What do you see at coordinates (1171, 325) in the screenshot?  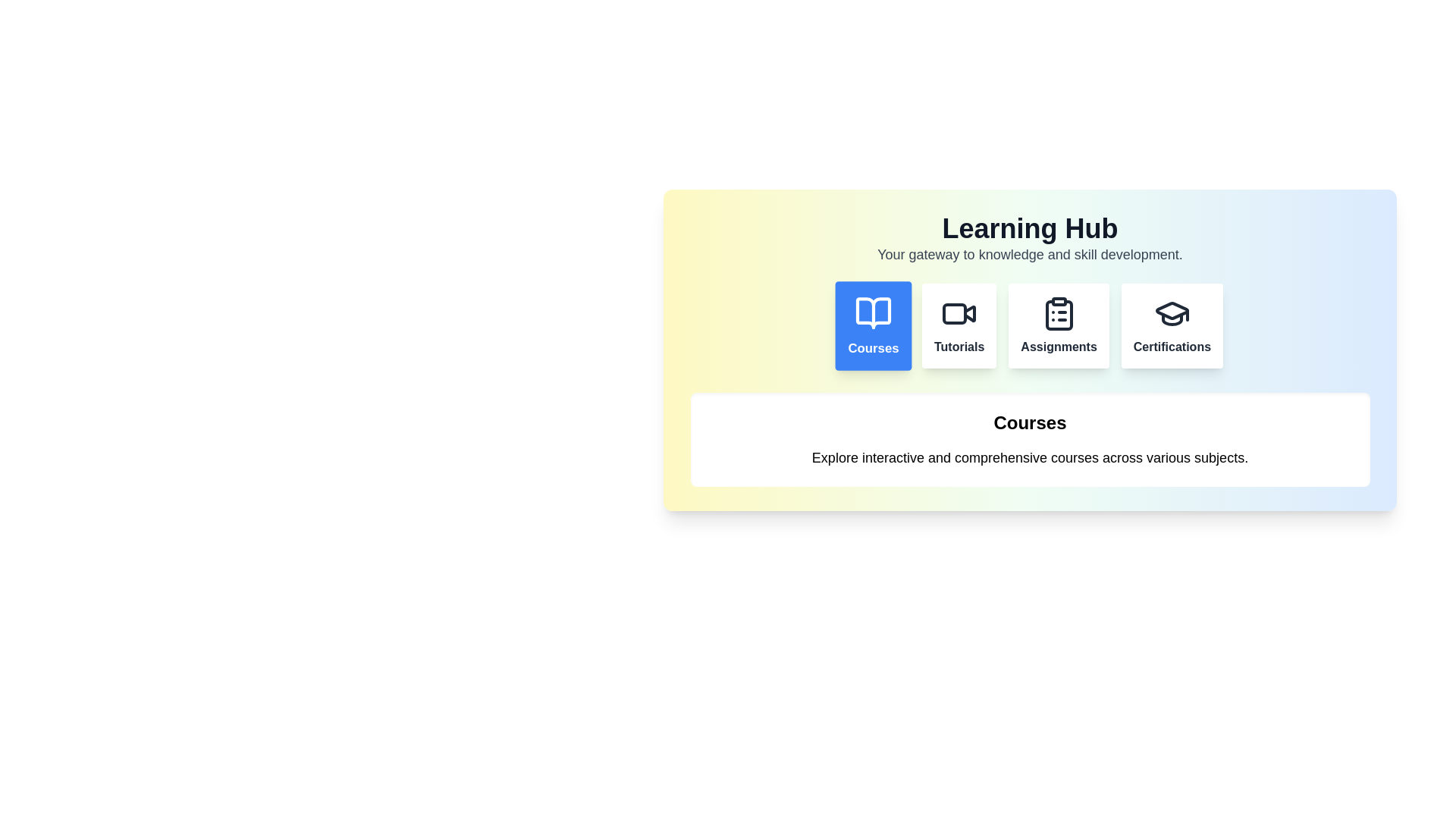 I see `the tab button labeled Certifications to select it` at bounding box center [1171, 325].